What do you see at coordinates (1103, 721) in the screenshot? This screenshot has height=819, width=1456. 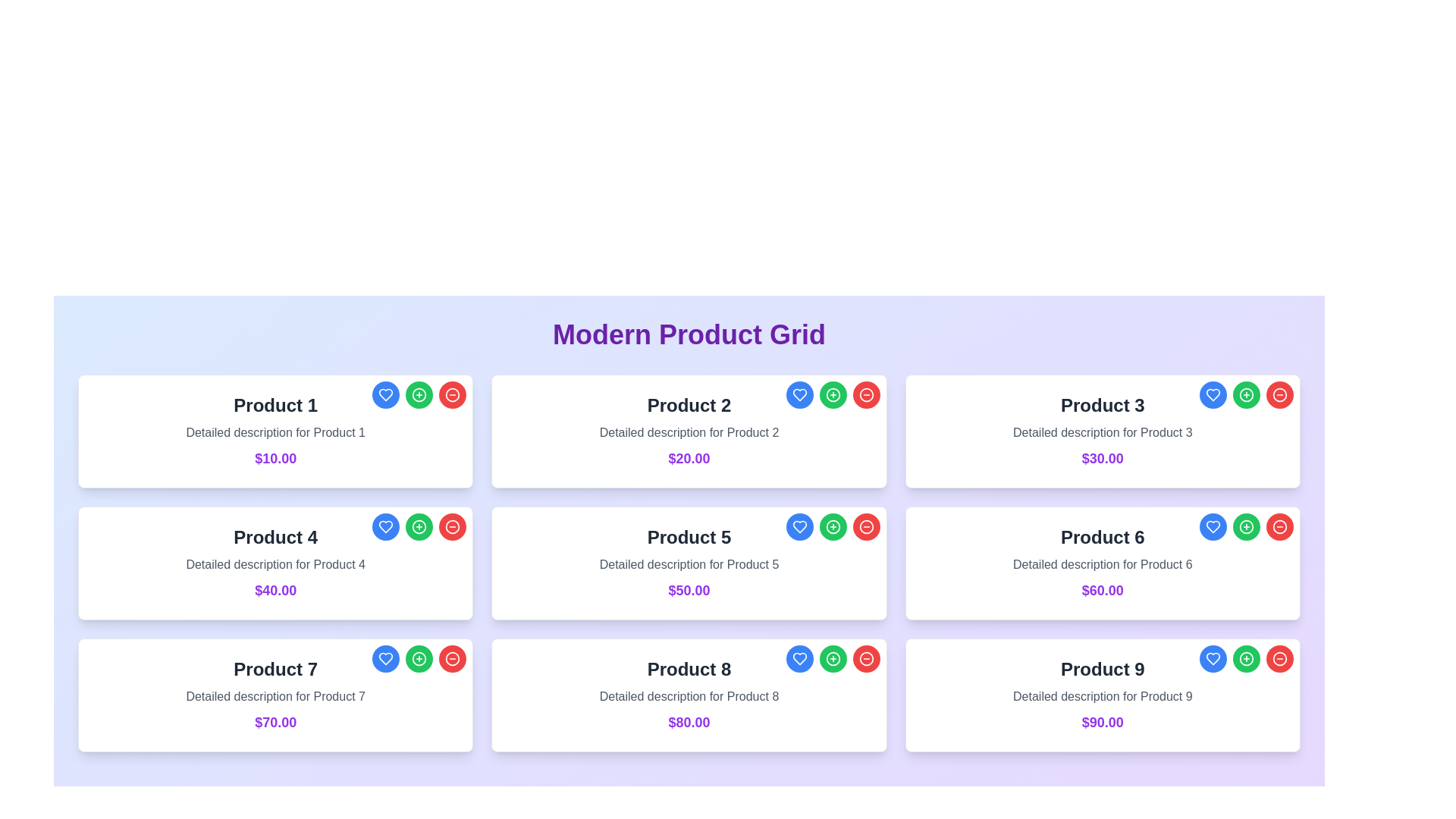 I see `the price label displaying '$90.00' in bold purple color at the bottom of the 'Product 9' card` at bounding box center [1103, 721].